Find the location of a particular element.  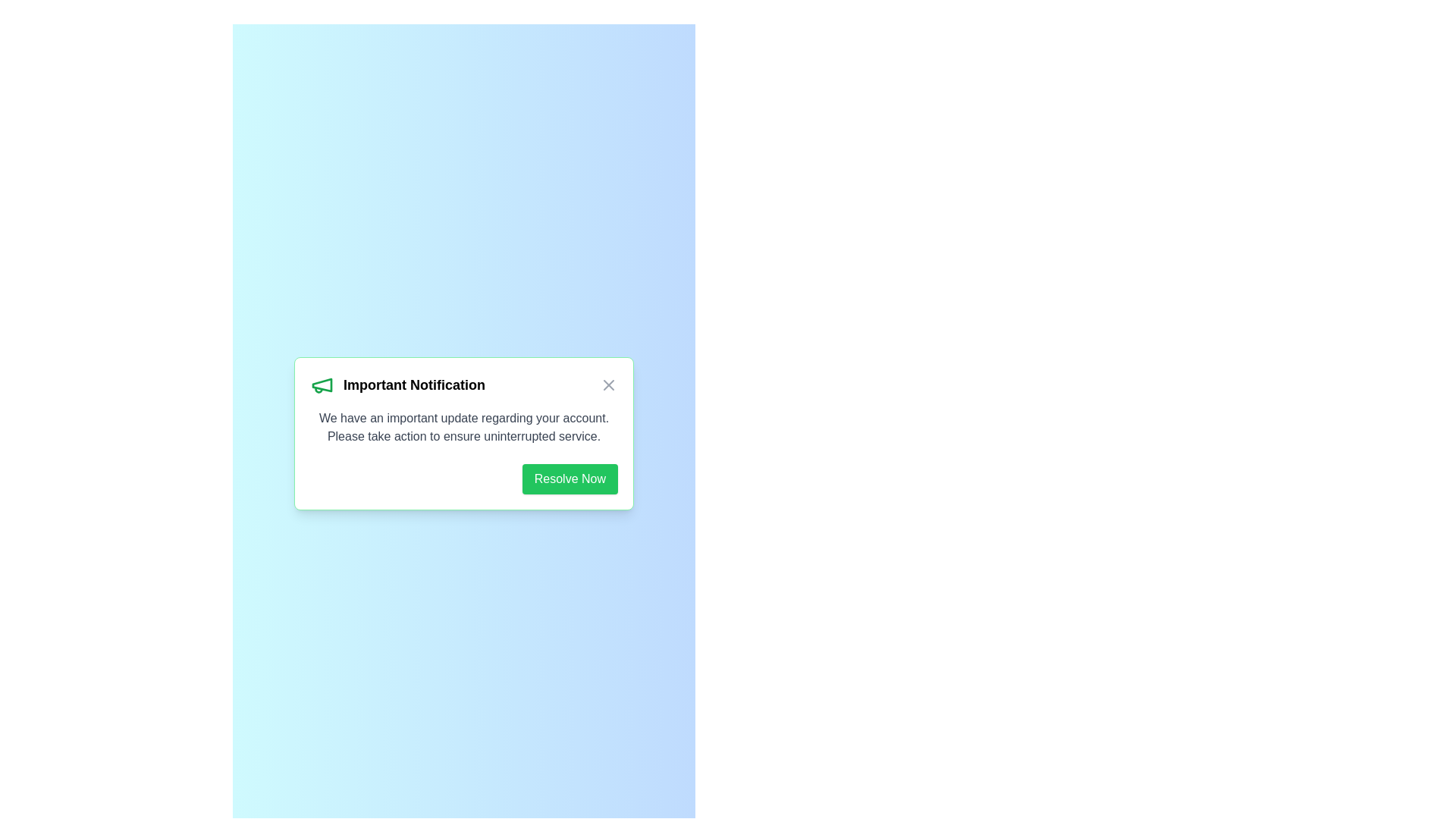

the close button of the alert to dismiss it is located at coordinates (608, 384).